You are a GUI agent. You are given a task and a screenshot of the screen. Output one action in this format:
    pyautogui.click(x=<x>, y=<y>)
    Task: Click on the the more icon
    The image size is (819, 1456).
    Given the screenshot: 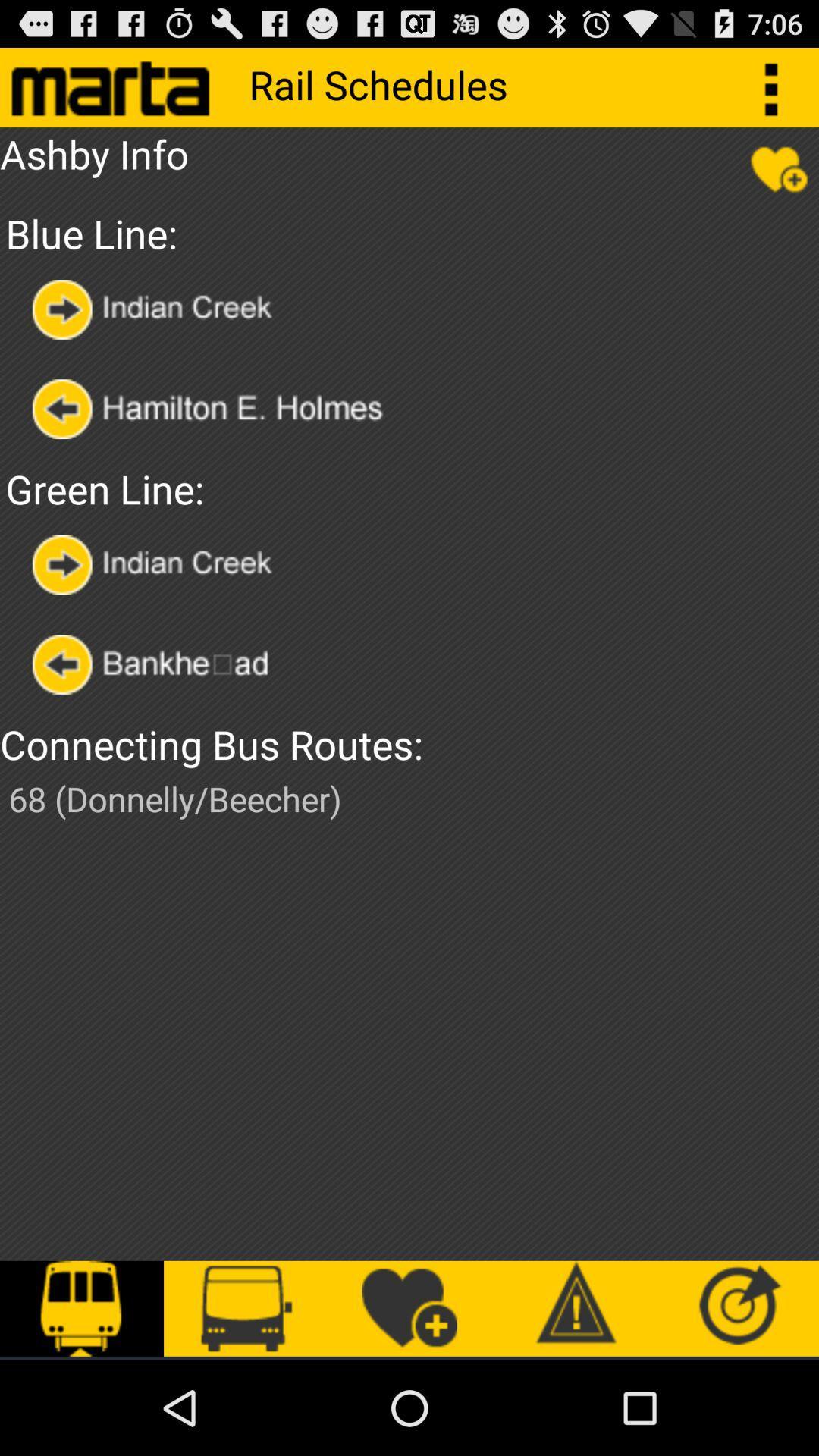 What is the action you would take?
    pyautogui.click(x=779, y=93)
    